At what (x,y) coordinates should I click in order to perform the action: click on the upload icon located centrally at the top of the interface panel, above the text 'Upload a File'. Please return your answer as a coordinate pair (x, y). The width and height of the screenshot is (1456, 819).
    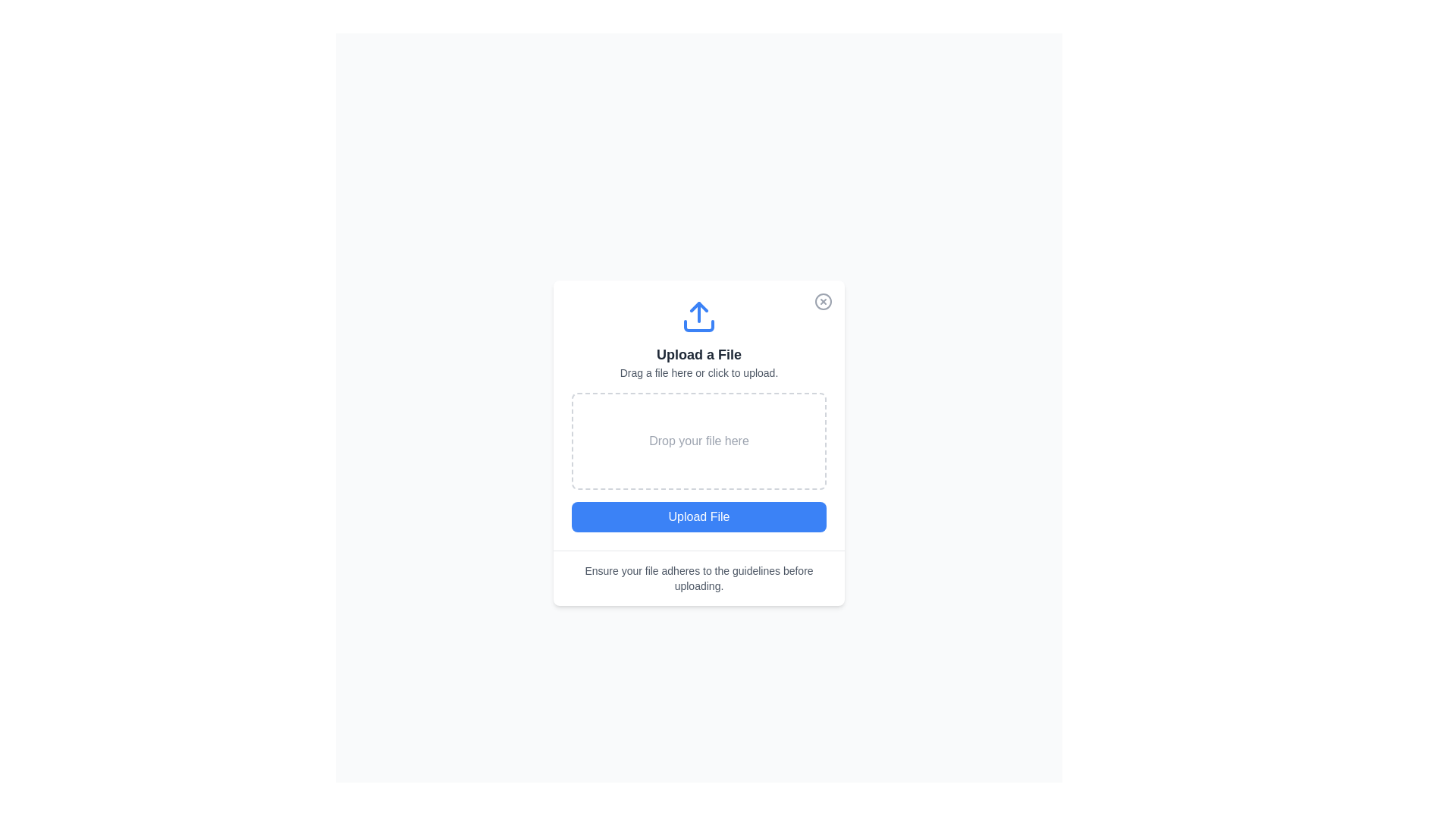
    Looking at the image, I should click on (698, 315).